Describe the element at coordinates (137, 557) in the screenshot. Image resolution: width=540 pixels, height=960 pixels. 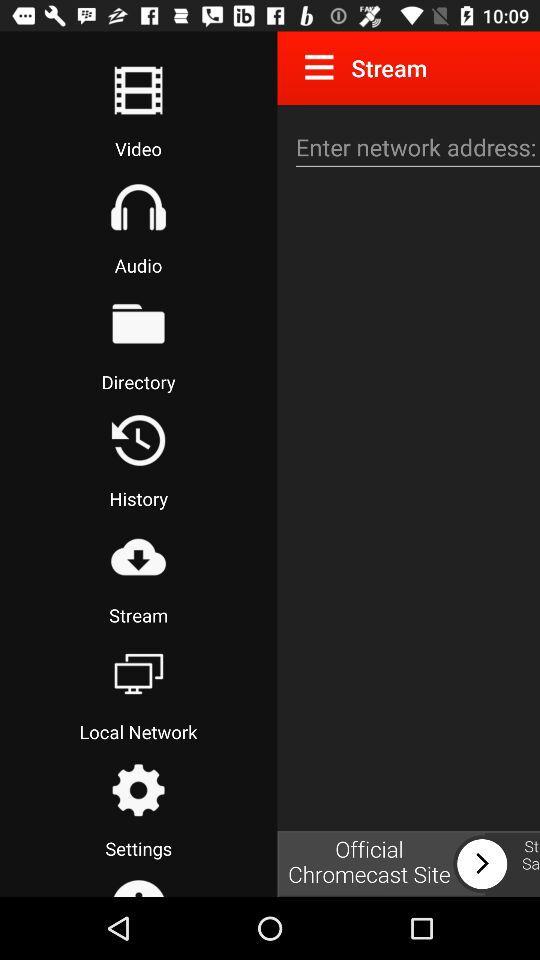
I see `stream button` at that location.